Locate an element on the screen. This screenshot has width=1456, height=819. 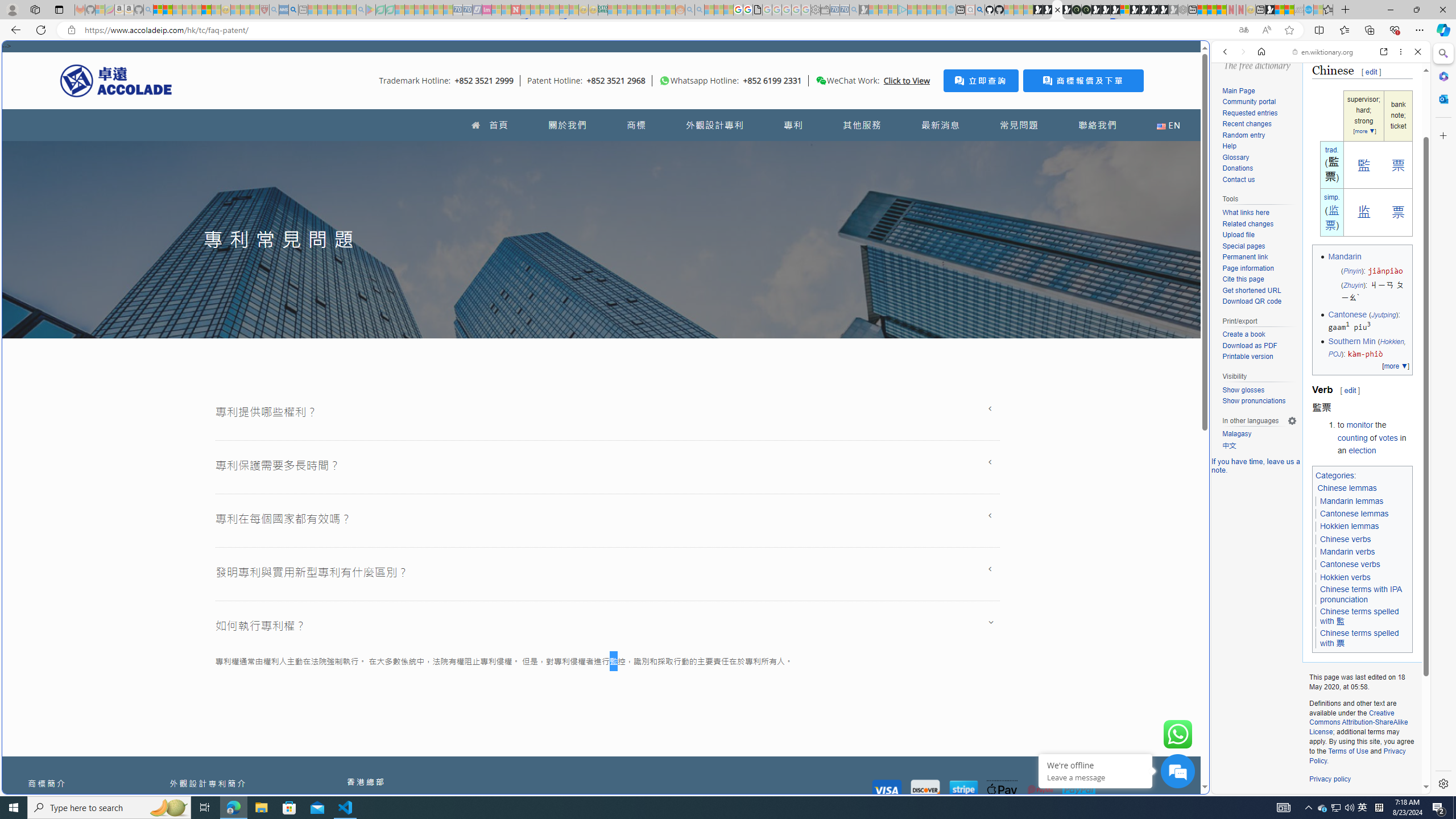
'Requested entries' is located at coordinates (1259, 113).